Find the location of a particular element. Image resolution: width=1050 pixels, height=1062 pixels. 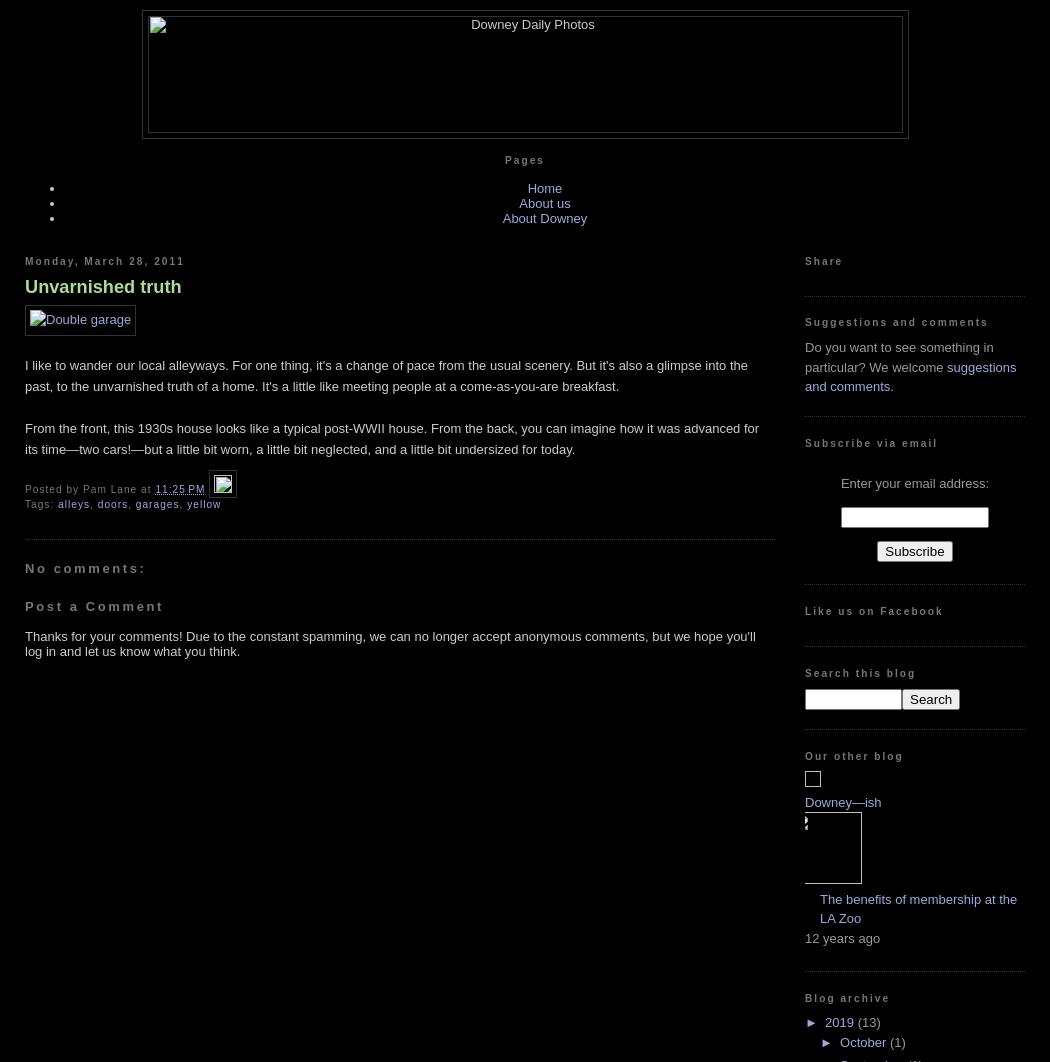

'About us' is located at coordinates (518, 203).